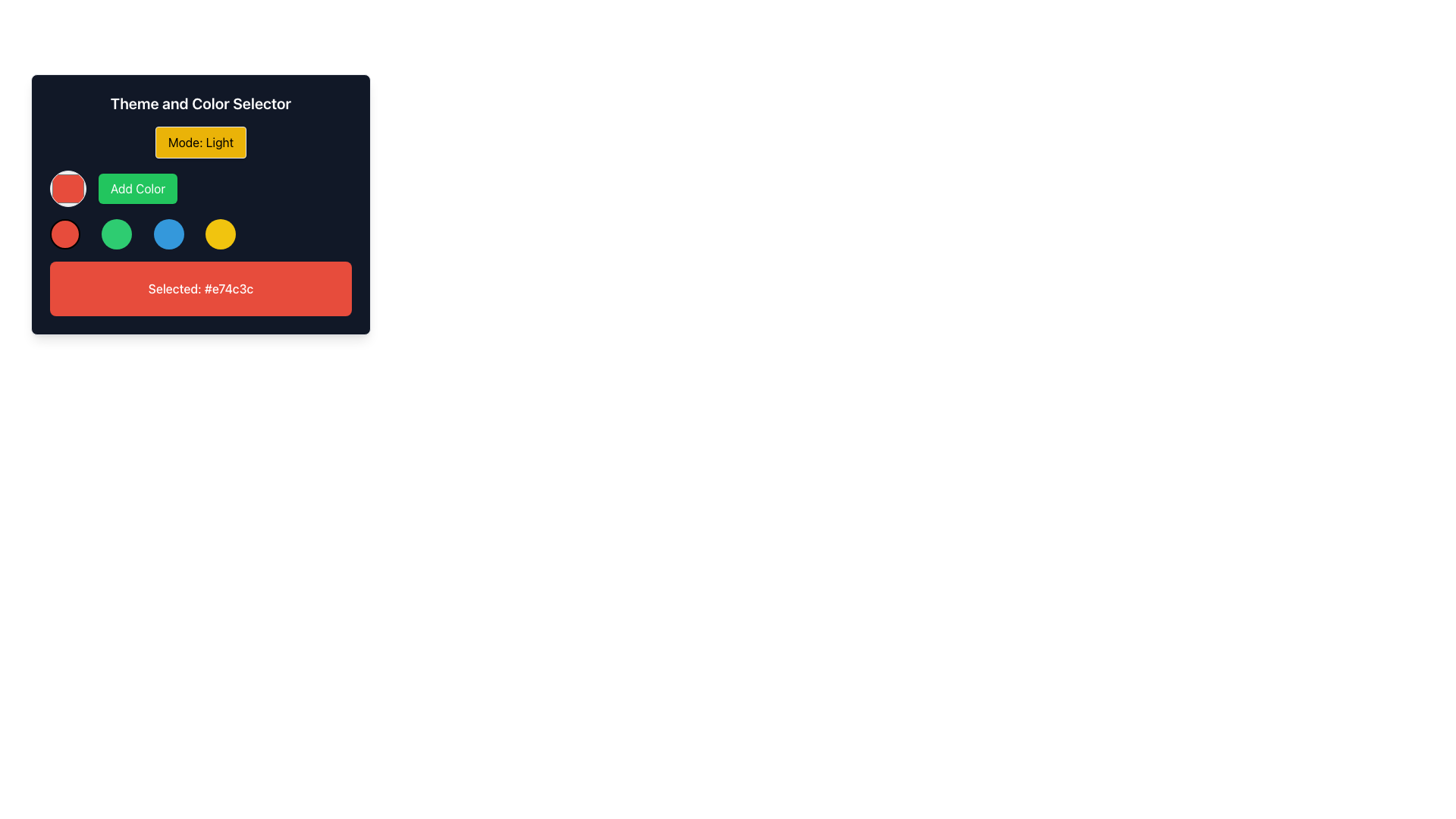  Describe the element at coordinates (220, 234) in the screenshot. I see `the fourth interactive color circle with a yellow background` at that location.